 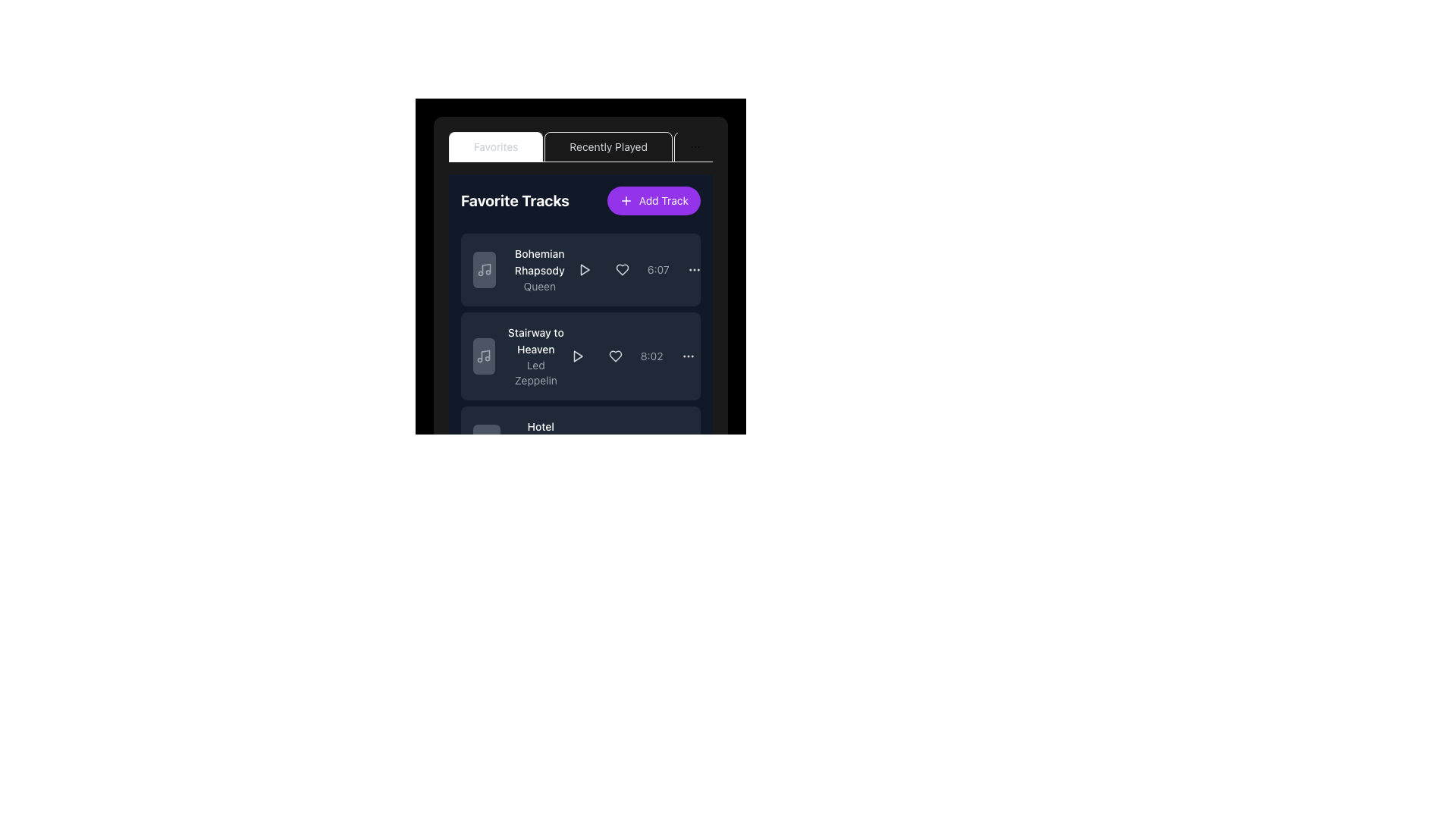 I want to click on the small play icon button styled as a triangular play symbol within a circular button, located next to the text 'Bohemian Rhapsody' and above the duration '6:07' to play the track, so click(x=583, y=268).